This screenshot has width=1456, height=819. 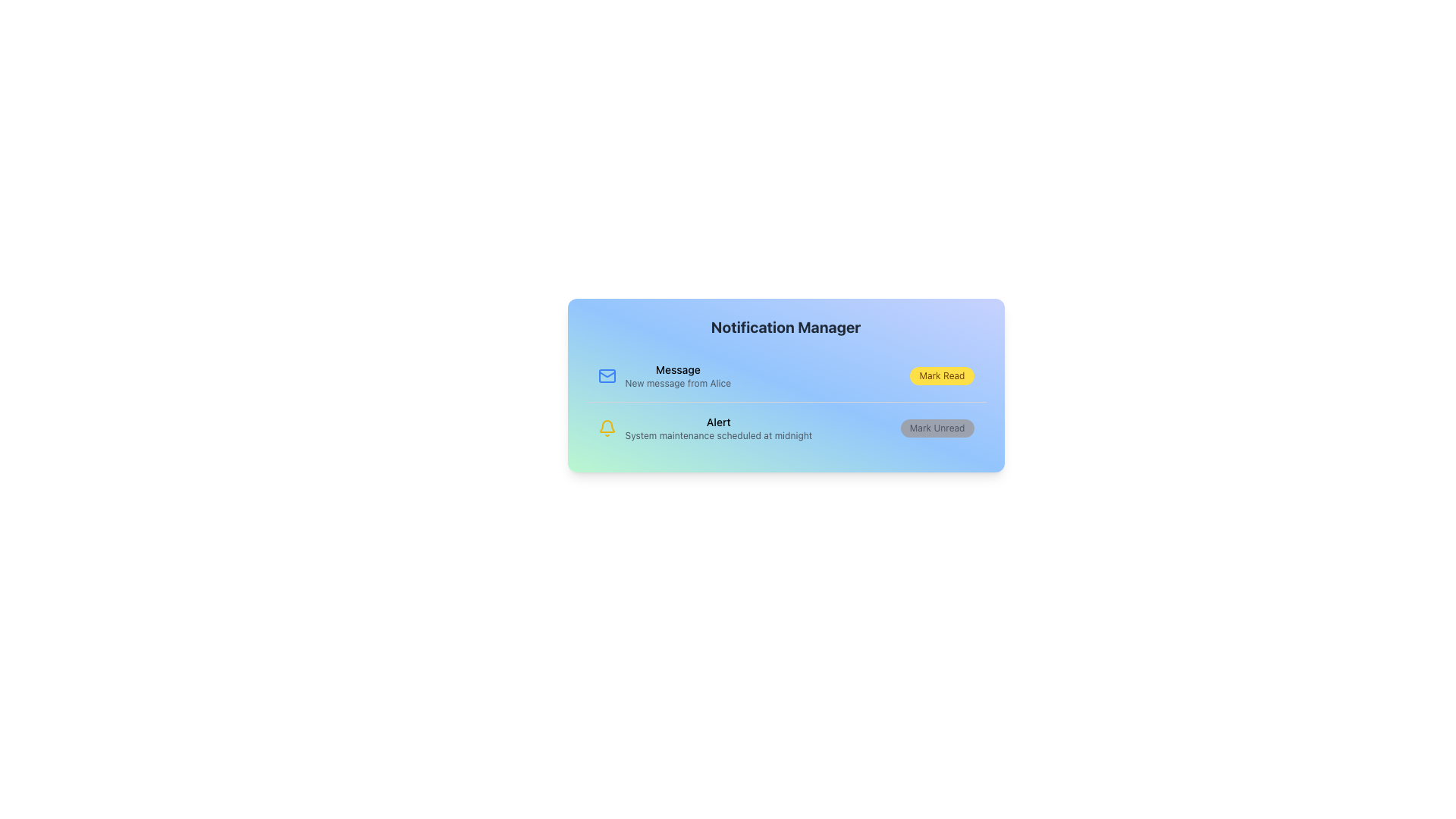 What do you see at coordinates (717, 428) in the screenshot?
I see `the text block titled 'Alert' which has a subtitle 'System maintenance scheduled at midnight'` at bounding box center [717, 428].